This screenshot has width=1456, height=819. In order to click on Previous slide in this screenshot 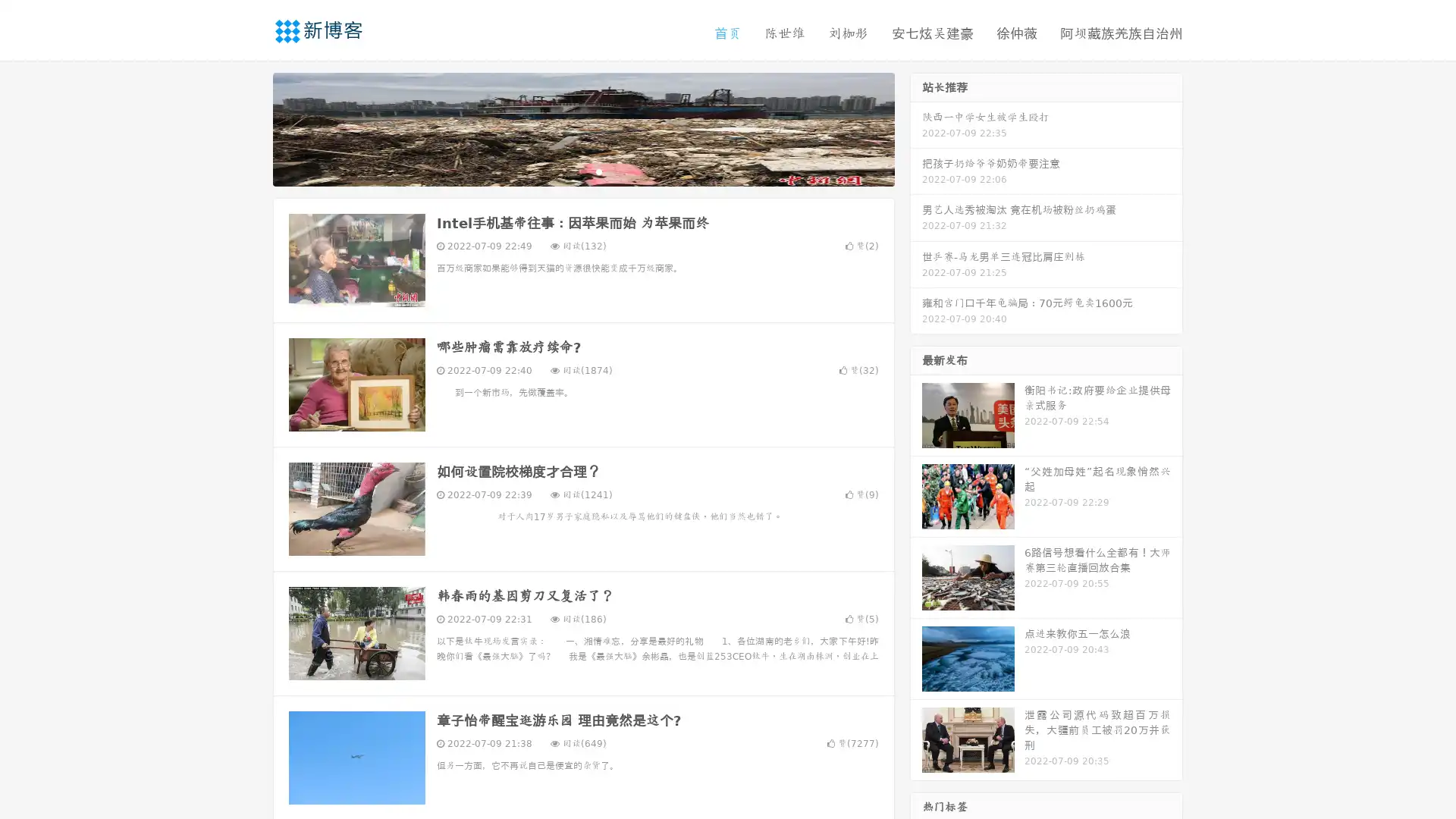, I will do `click(250, 127)`.